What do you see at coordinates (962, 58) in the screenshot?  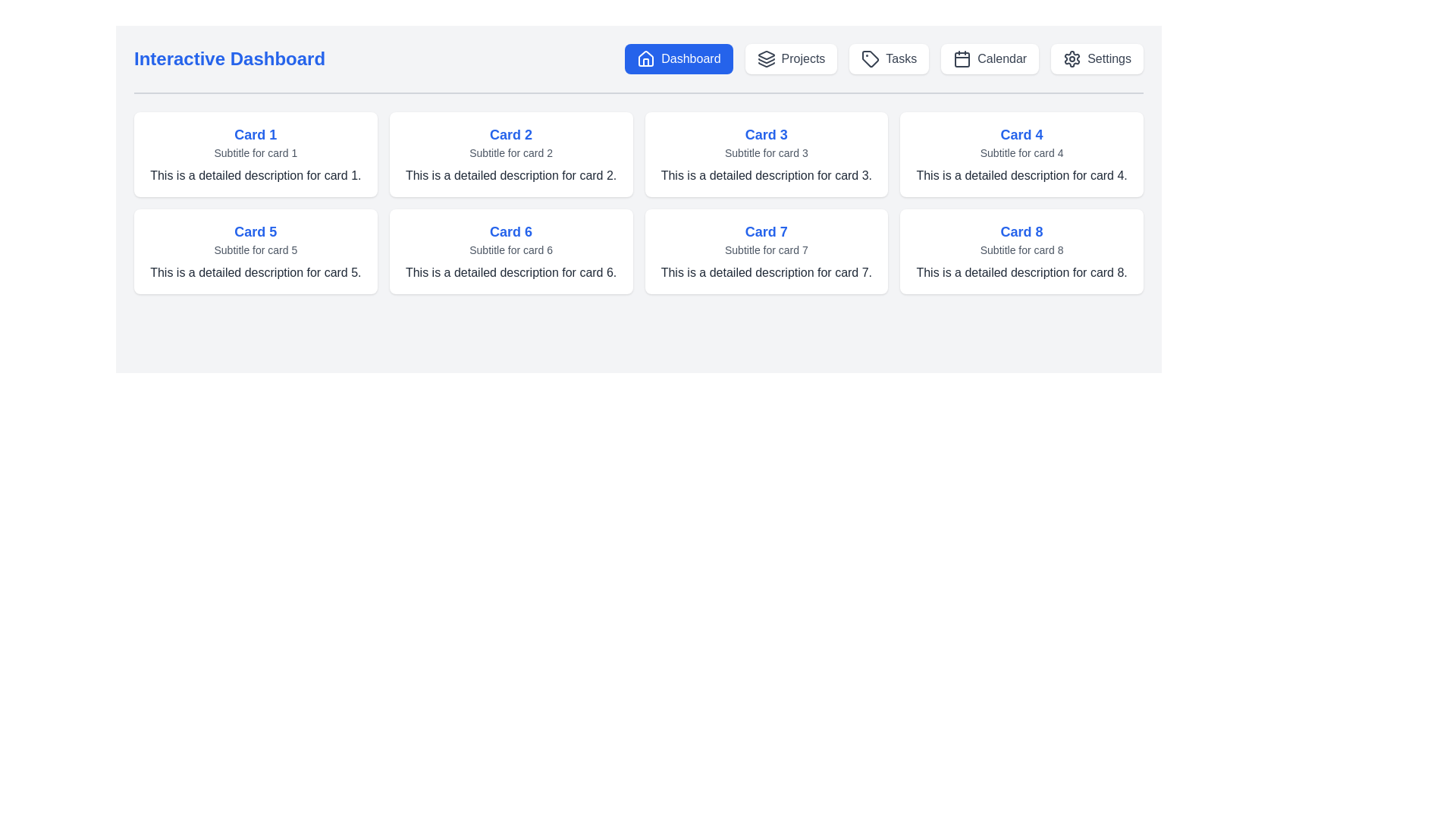 I see `the main content area of the calendar icon, which is centrally located within the Calendar button in the top navigation bar` at bounding box center [962, 58].